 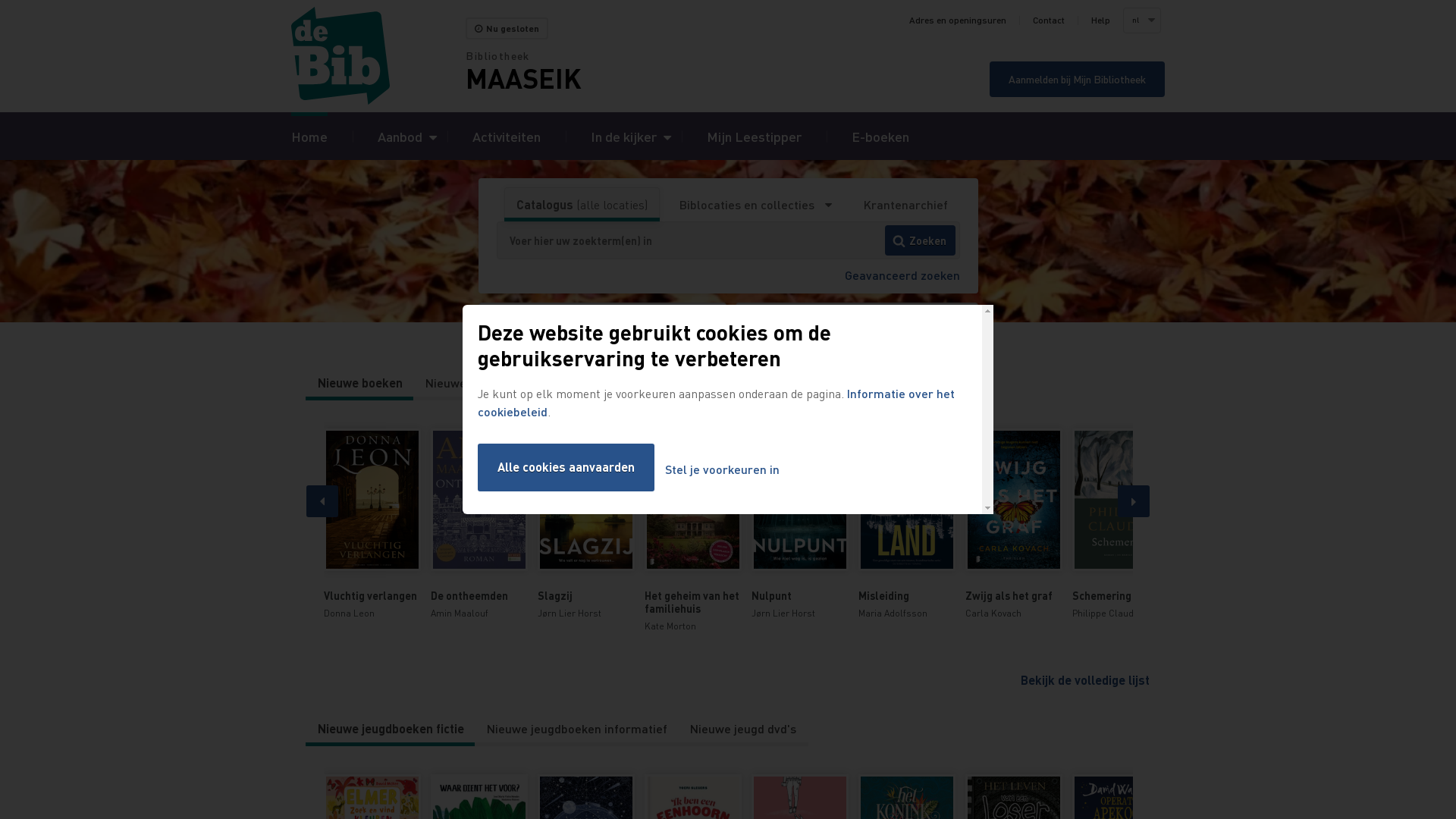 I want to click on 'Geavanceerd zoeken', so click(x=902, y=275).